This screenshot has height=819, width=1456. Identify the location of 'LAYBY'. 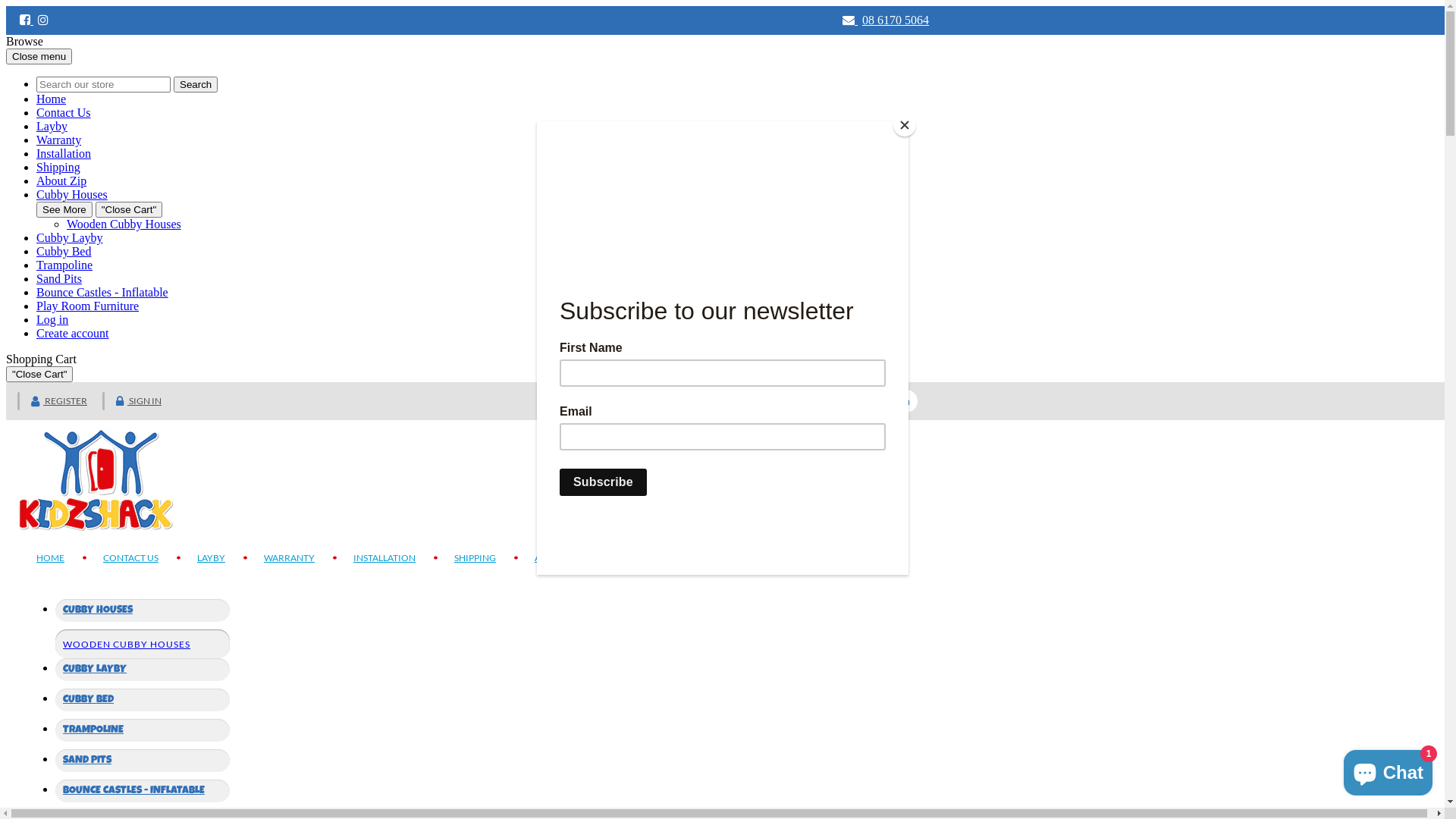
(210, 557).